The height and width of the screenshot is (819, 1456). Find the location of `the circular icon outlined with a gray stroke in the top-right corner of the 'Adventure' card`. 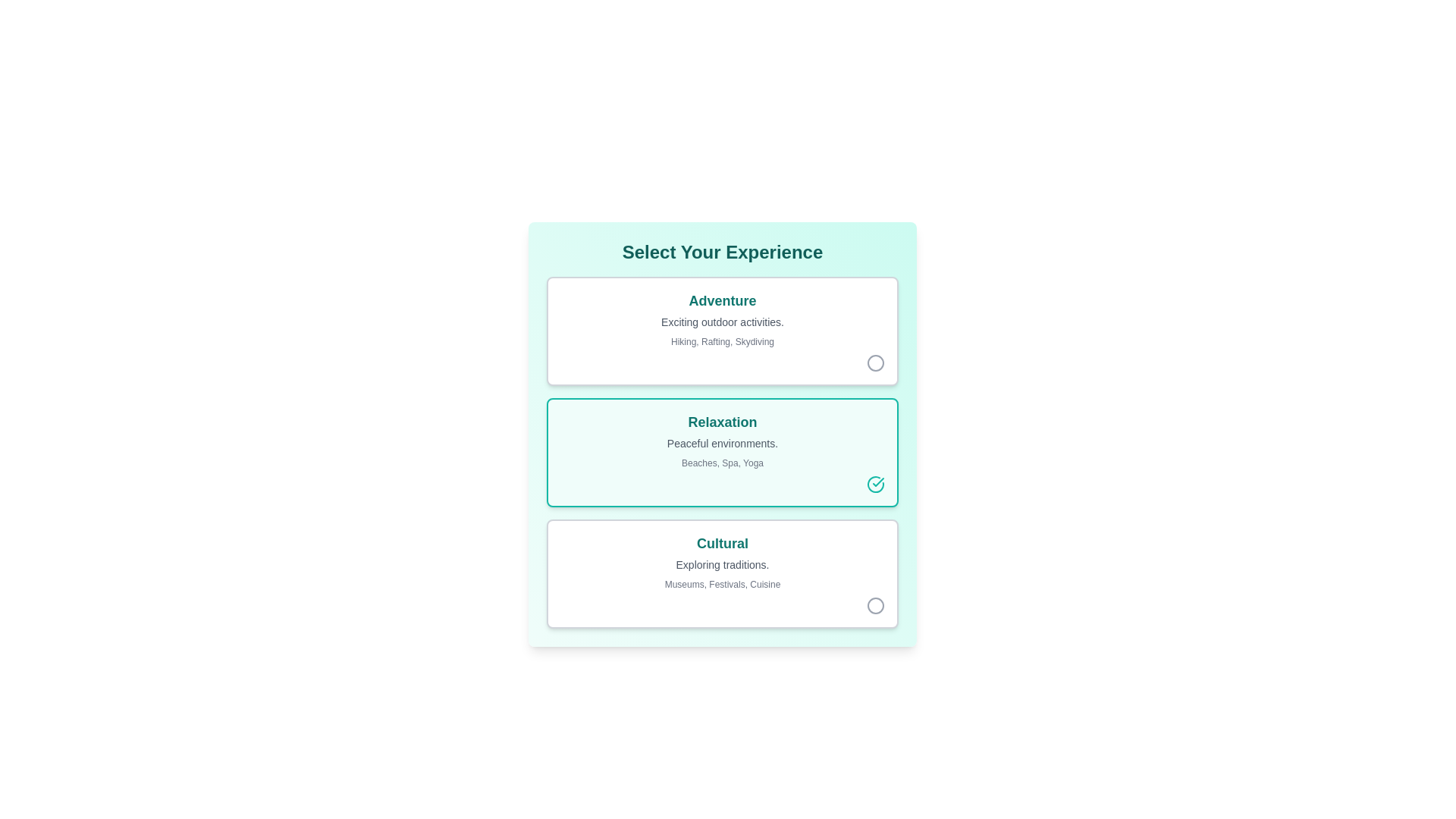

the circular icon outlined with a gray stroke in the top-right corner of the 'Adventure' card is located at coordinates (876, 362).